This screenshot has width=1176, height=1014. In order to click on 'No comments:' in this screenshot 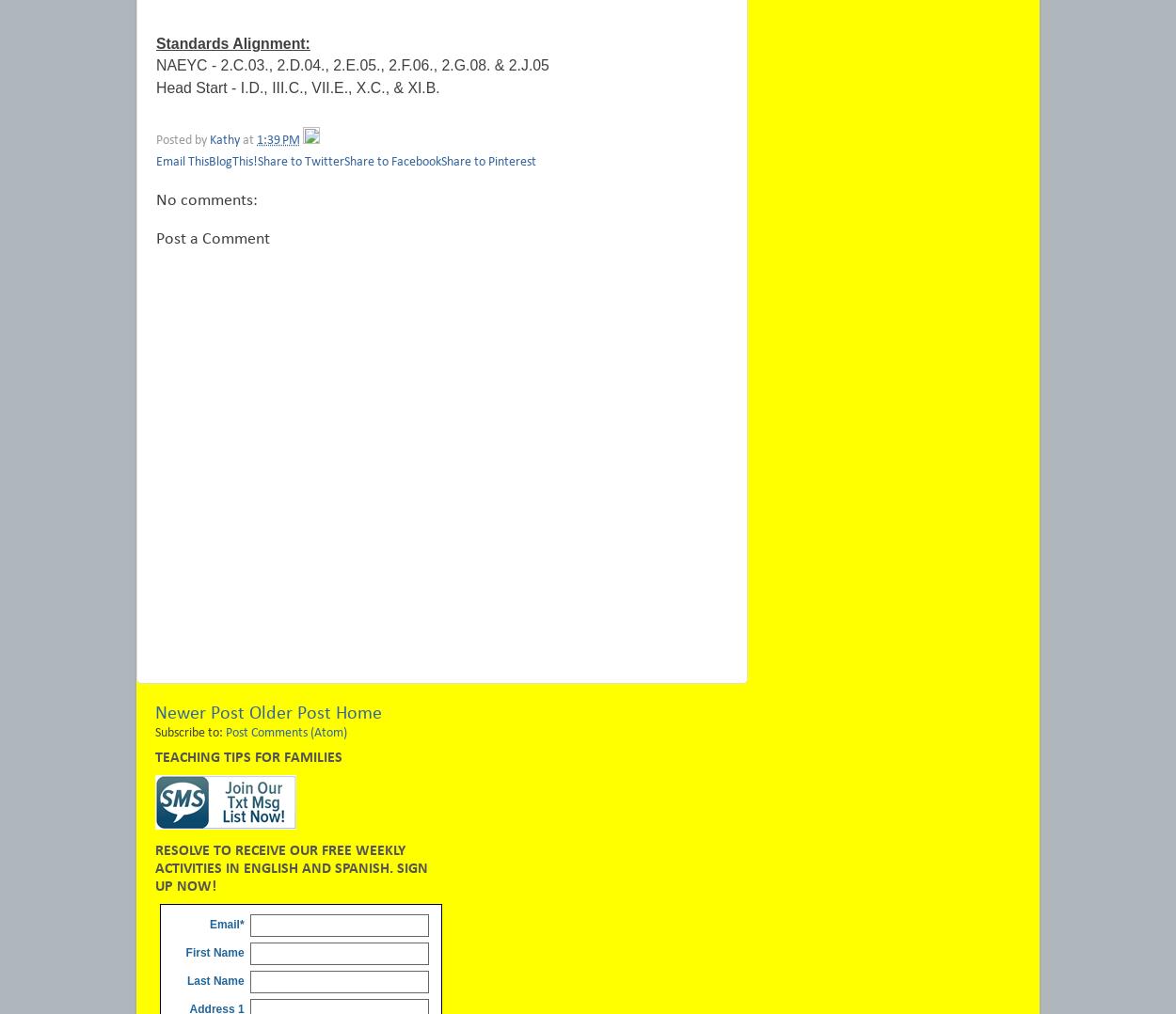, I will do `click(206, 200)`.